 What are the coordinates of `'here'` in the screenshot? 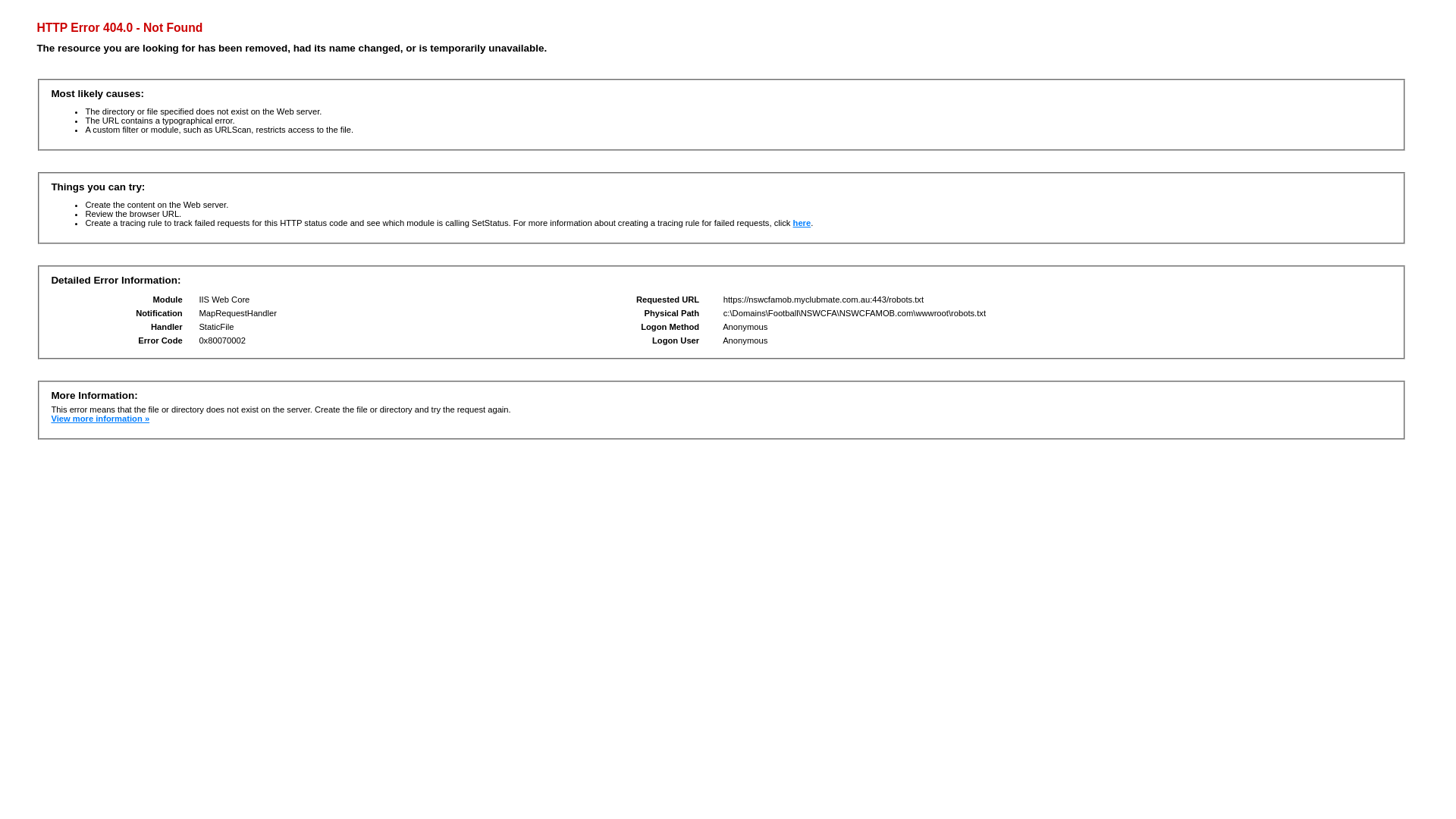 It's located at (792, 222).